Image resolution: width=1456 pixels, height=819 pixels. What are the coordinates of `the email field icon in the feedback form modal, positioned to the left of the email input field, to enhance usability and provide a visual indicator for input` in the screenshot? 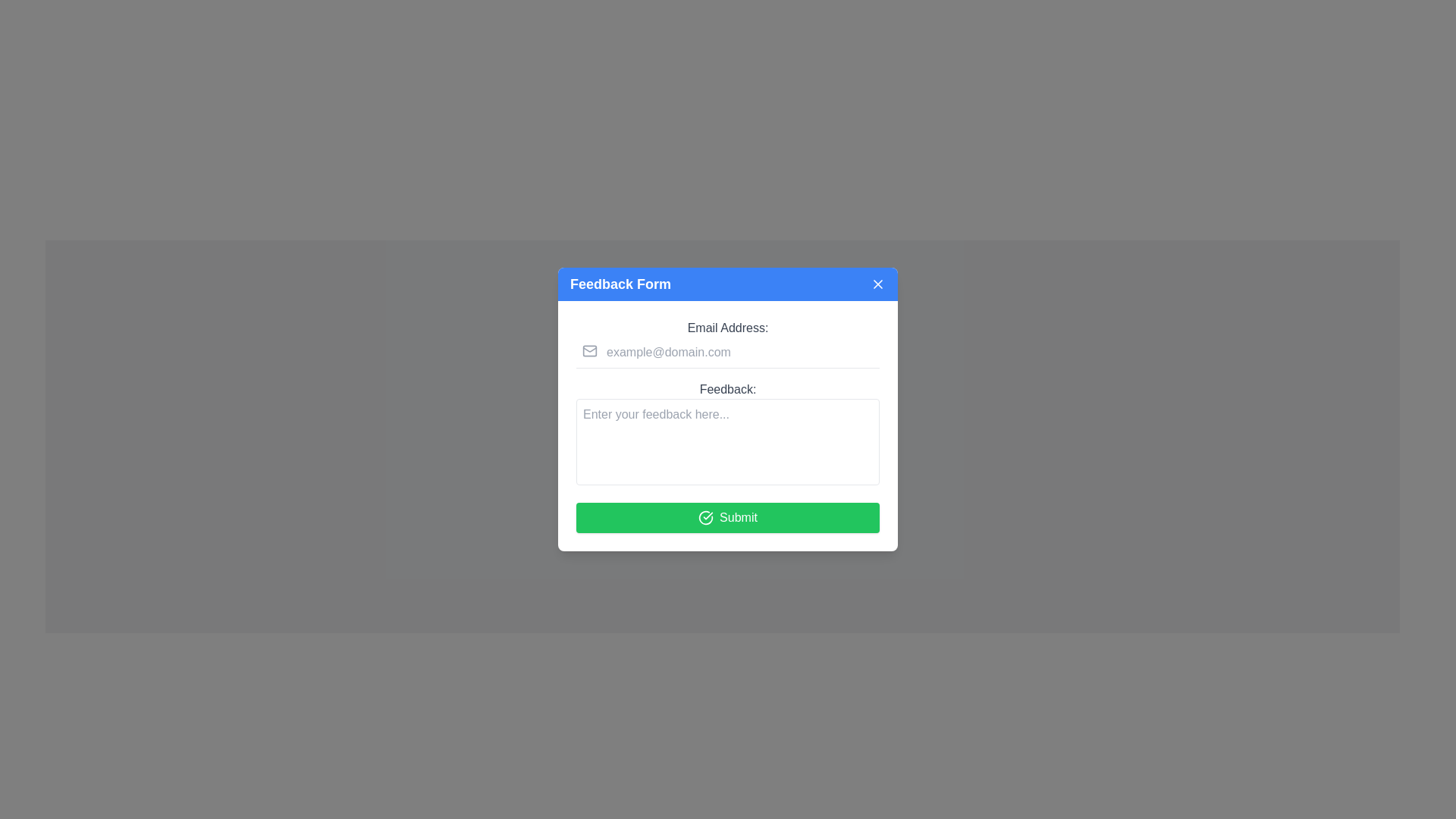 It's located at (588, 350).